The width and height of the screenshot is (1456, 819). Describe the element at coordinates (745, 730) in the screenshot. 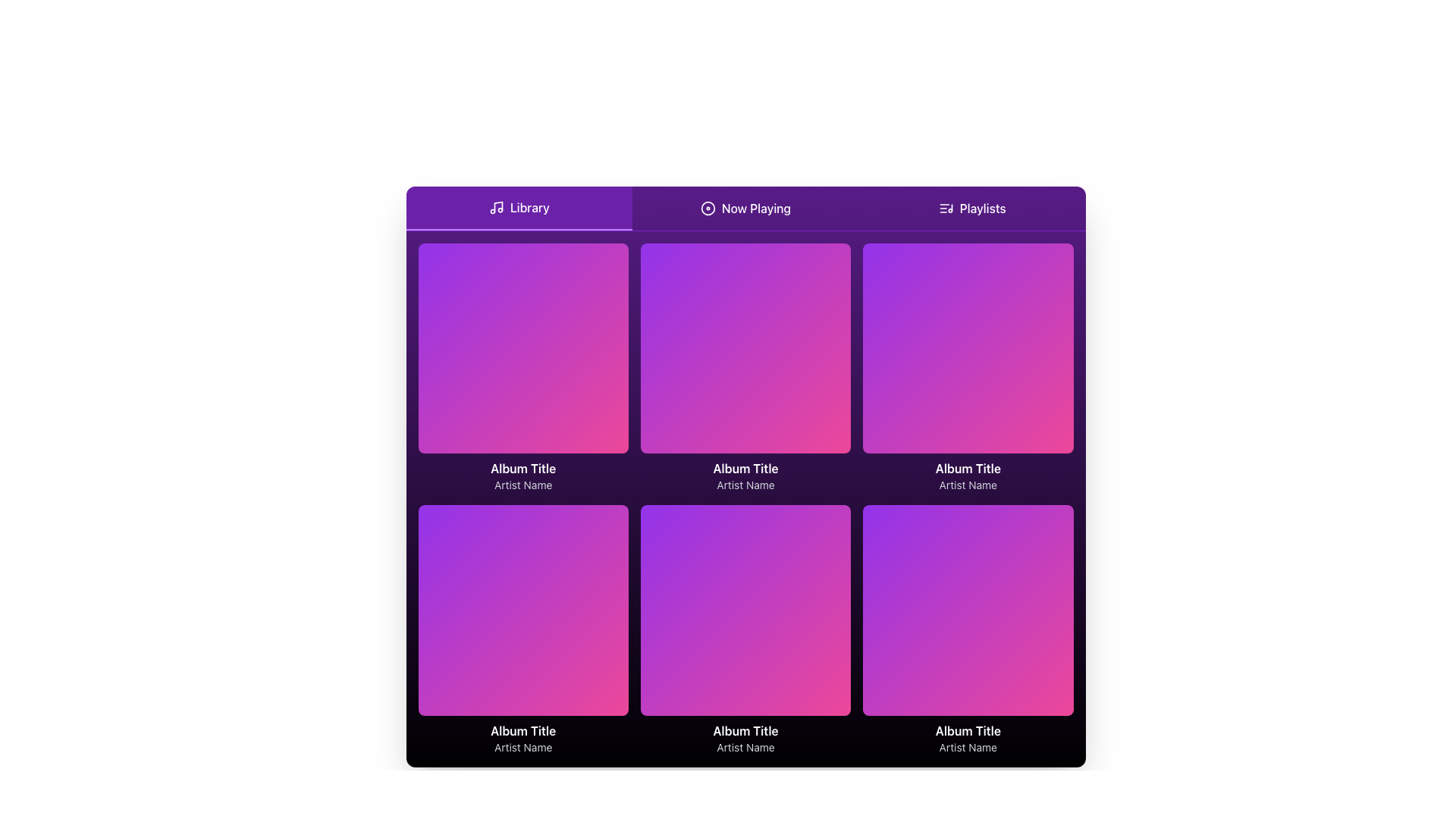

I see `title of the album located in the center column of the bottom row in a 3x2 grid layout` at that location.